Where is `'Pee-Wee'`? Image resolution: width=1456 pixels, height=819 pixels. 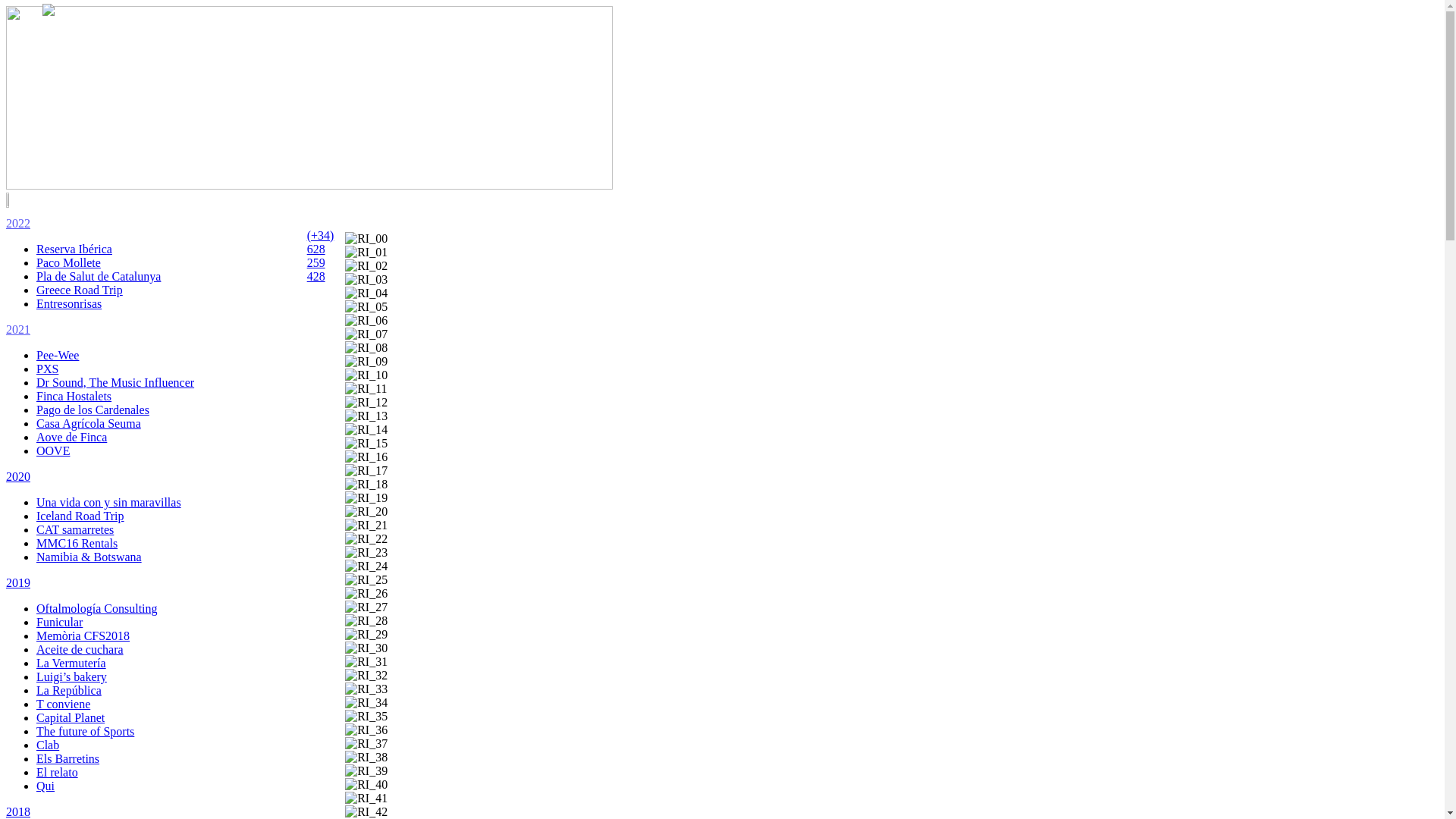
'Pee-Wee' is located at coordinates (58, 355).